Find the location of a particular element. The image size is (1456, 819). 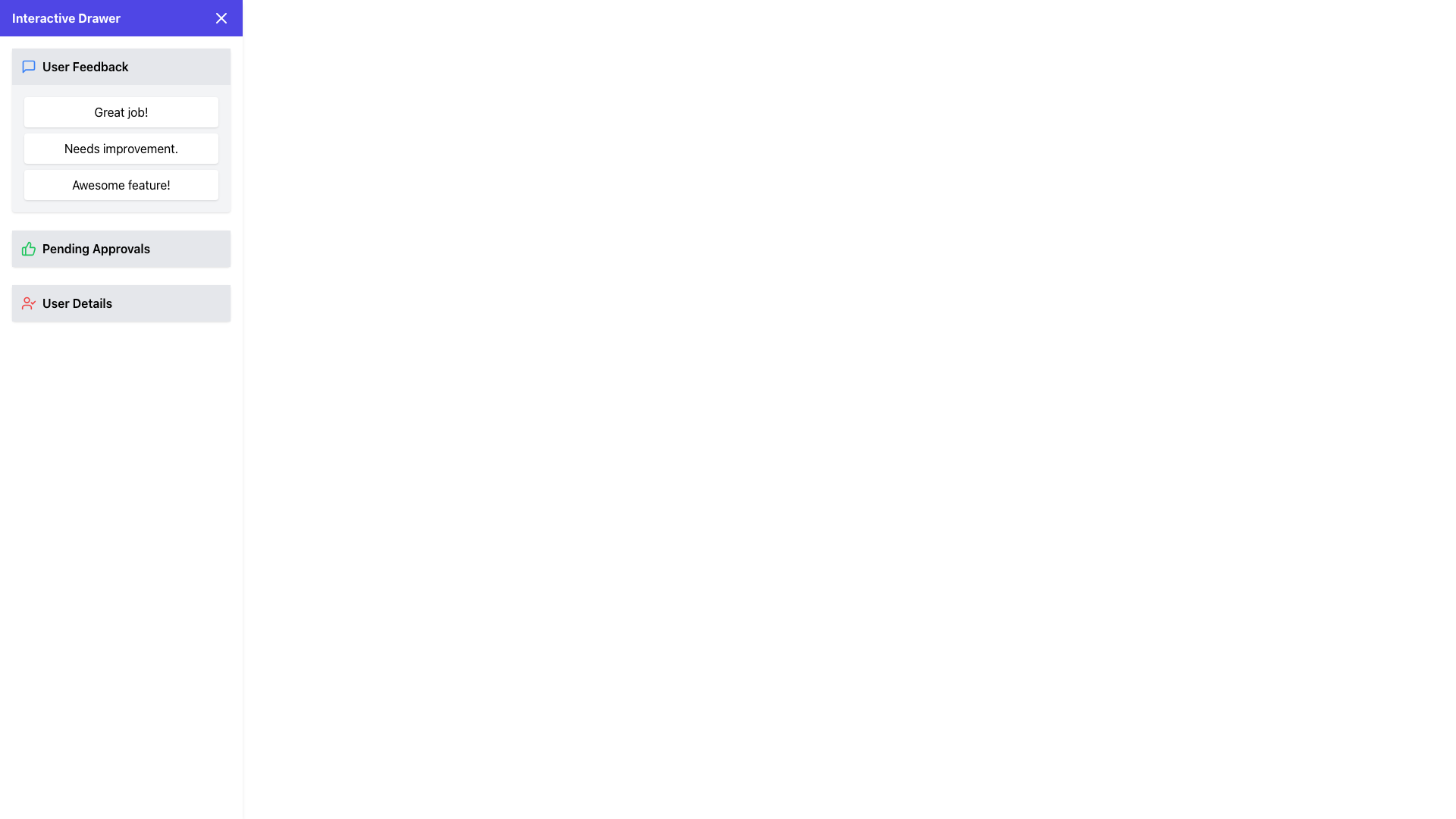

the styling of the 'User Feedback' icon located at the top of the sidebar, which visually represents communication or feedback-related content is located at coordinates (29, 66).